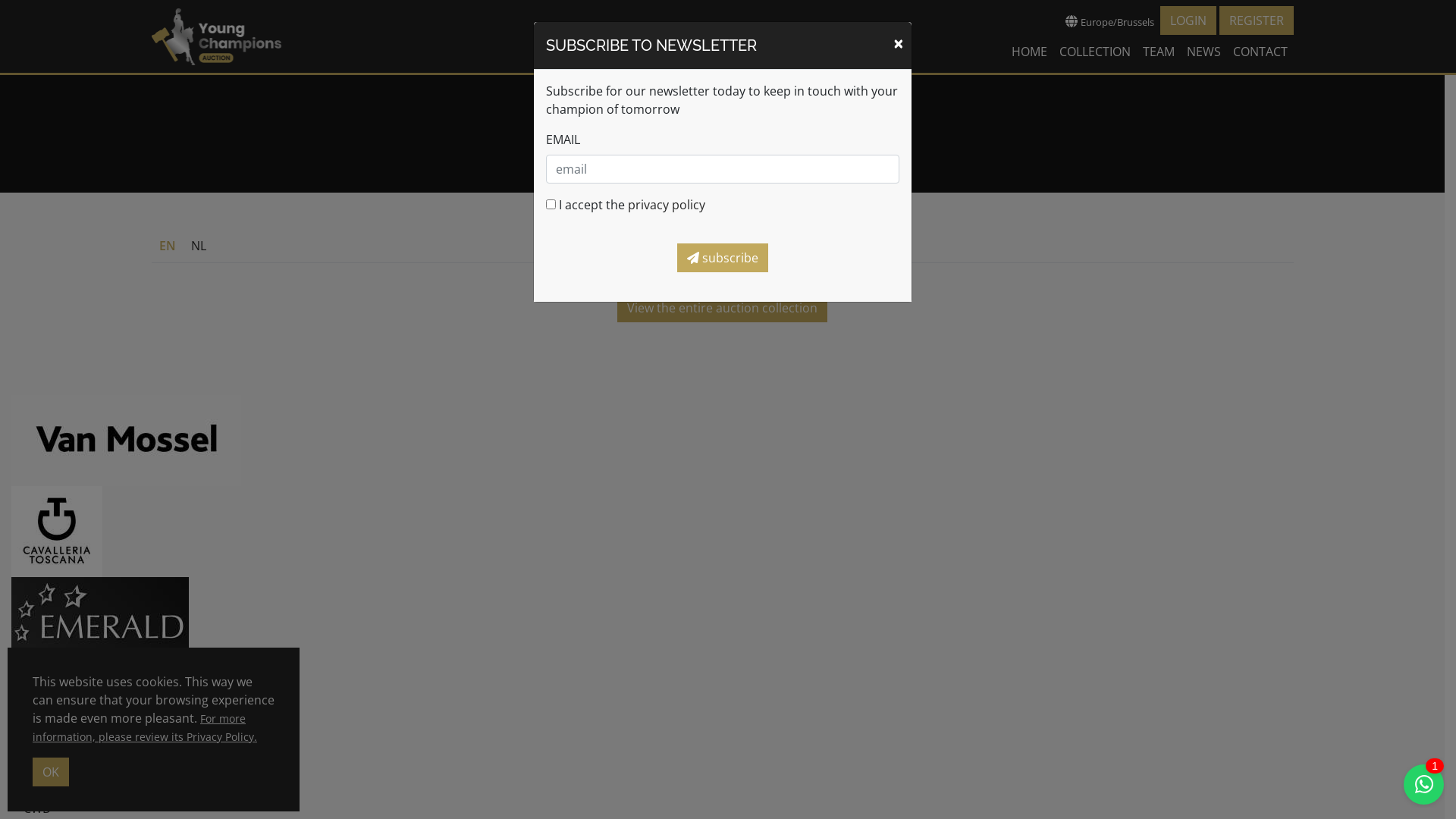 The height and width of the screenshot is (819, 1456). Describe the element at coordinates (666, 205) in the screenshot. I see `'privacy policy'` at that location.